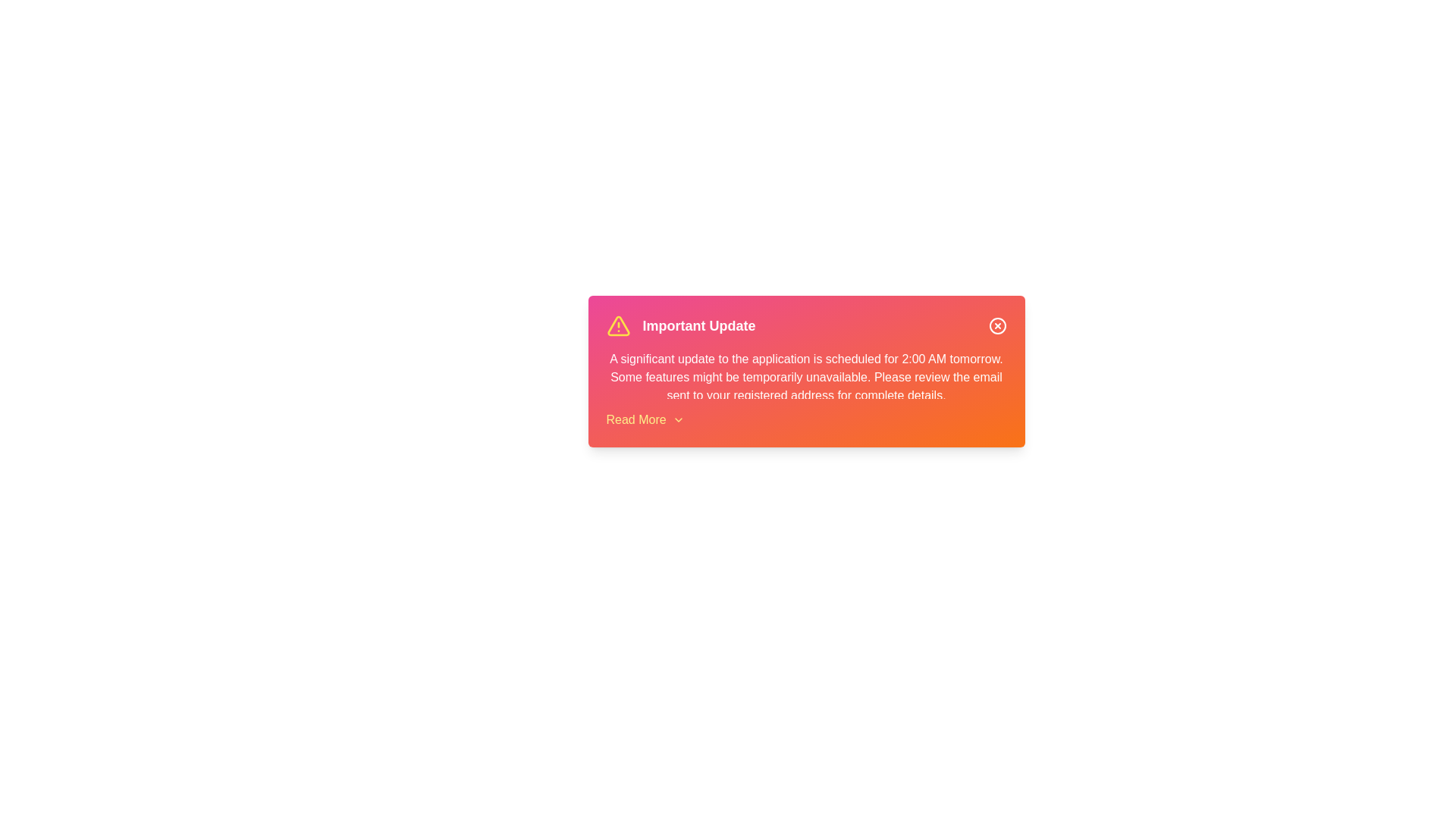 This screenshot has width=1456, height=819. I want to click on the close button to dismiss the alert, so click(997, 325).